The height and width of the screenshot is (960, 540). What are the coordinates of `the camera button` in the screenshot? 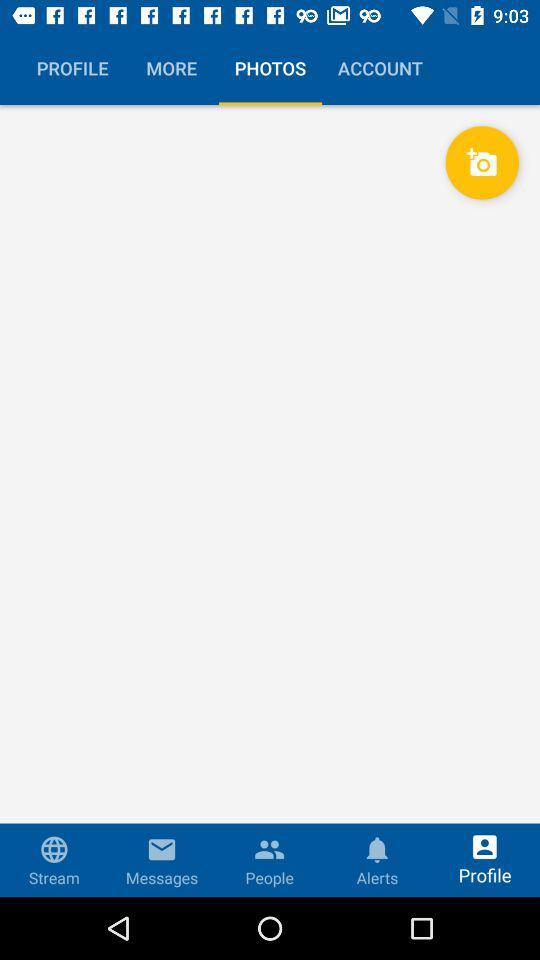 It's located at (481, 162).